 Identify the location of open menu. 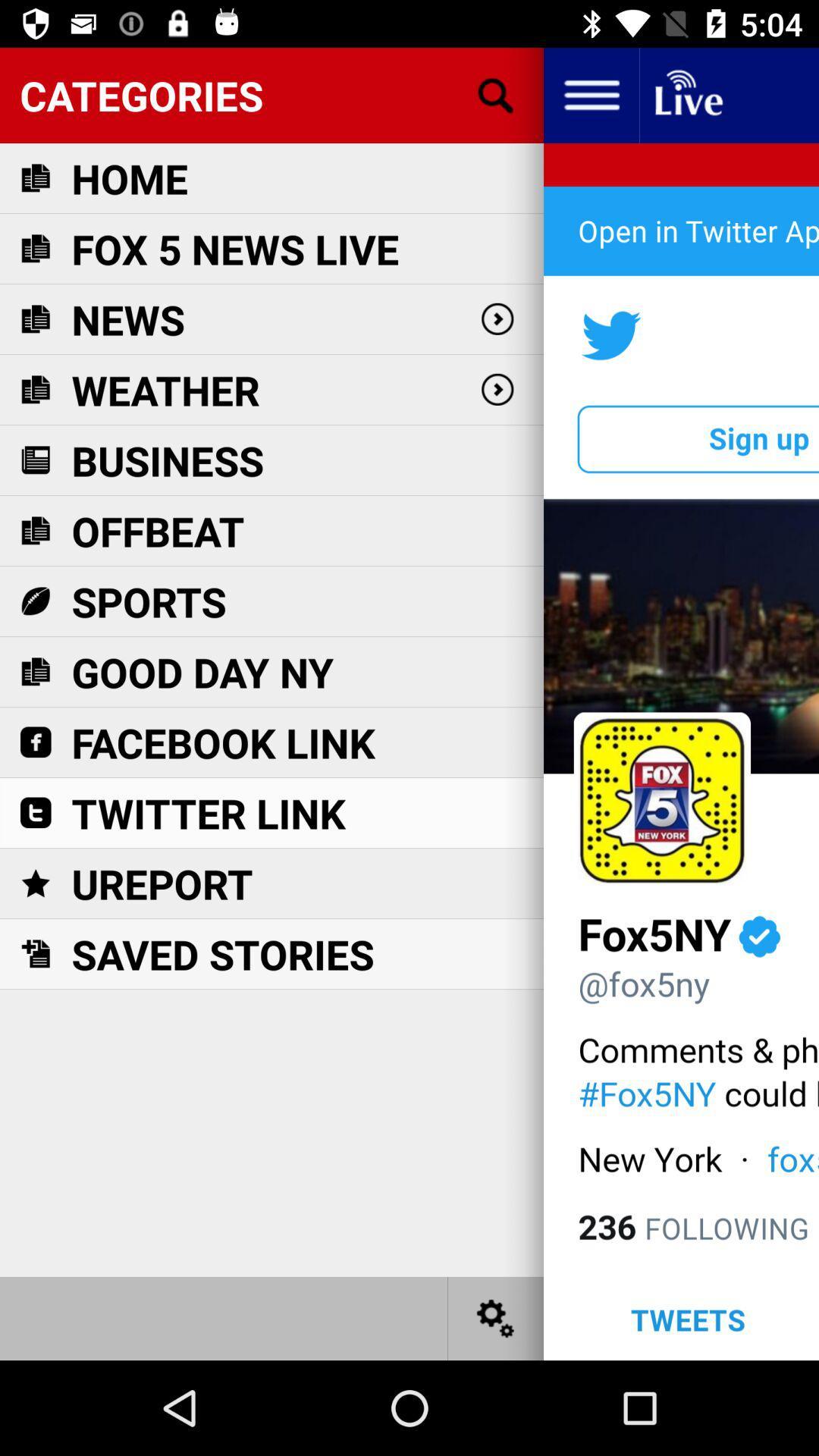
(590, 94).